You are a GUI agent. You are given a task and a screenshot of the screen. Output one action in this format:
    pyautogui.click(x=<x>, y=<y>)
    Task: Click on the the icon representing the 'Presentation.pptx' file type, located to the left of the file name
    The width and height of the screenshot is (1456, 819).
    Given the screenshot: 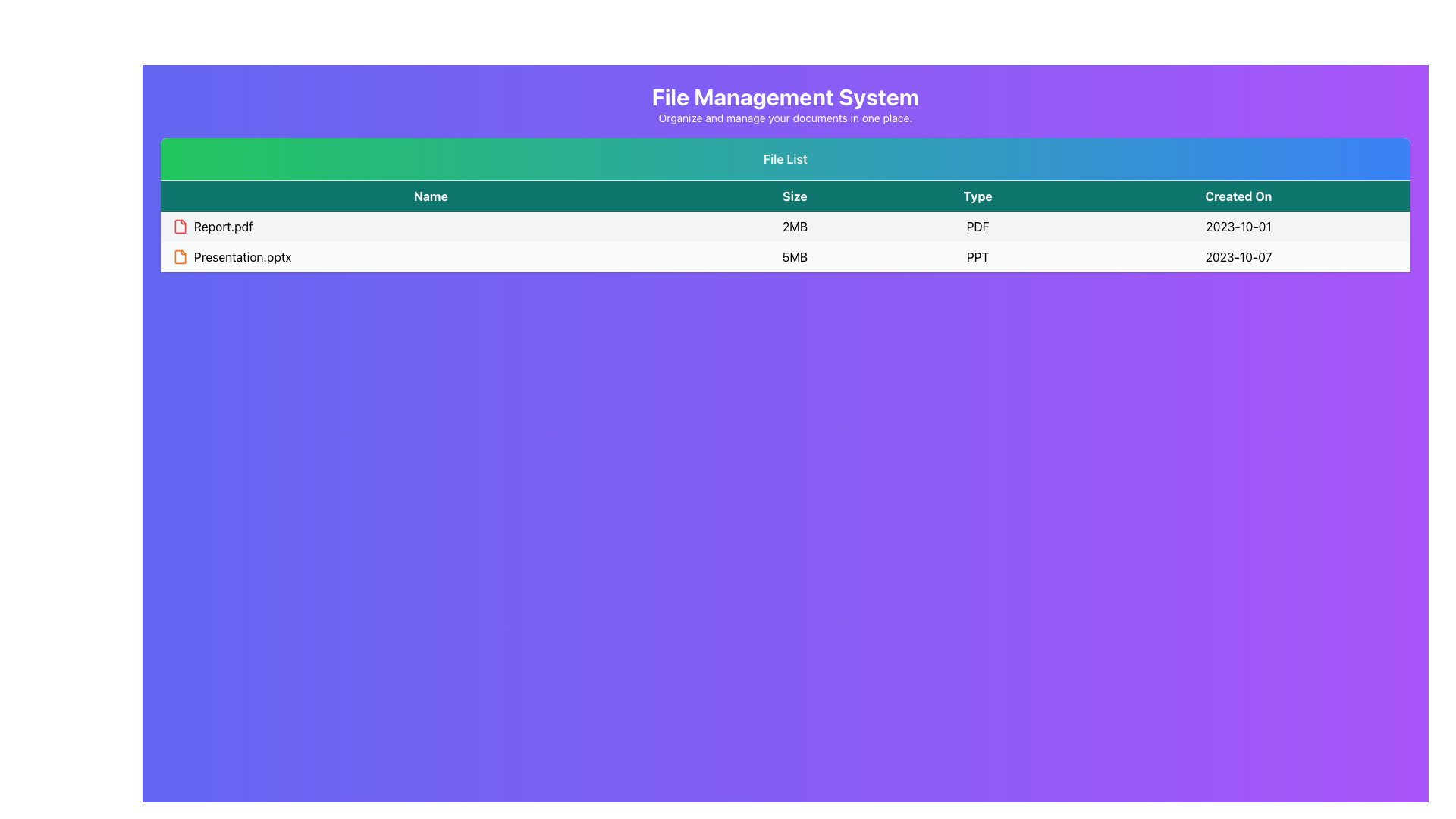 What is the action you would take?
    pyautogui.click(x=182, y=256)
    